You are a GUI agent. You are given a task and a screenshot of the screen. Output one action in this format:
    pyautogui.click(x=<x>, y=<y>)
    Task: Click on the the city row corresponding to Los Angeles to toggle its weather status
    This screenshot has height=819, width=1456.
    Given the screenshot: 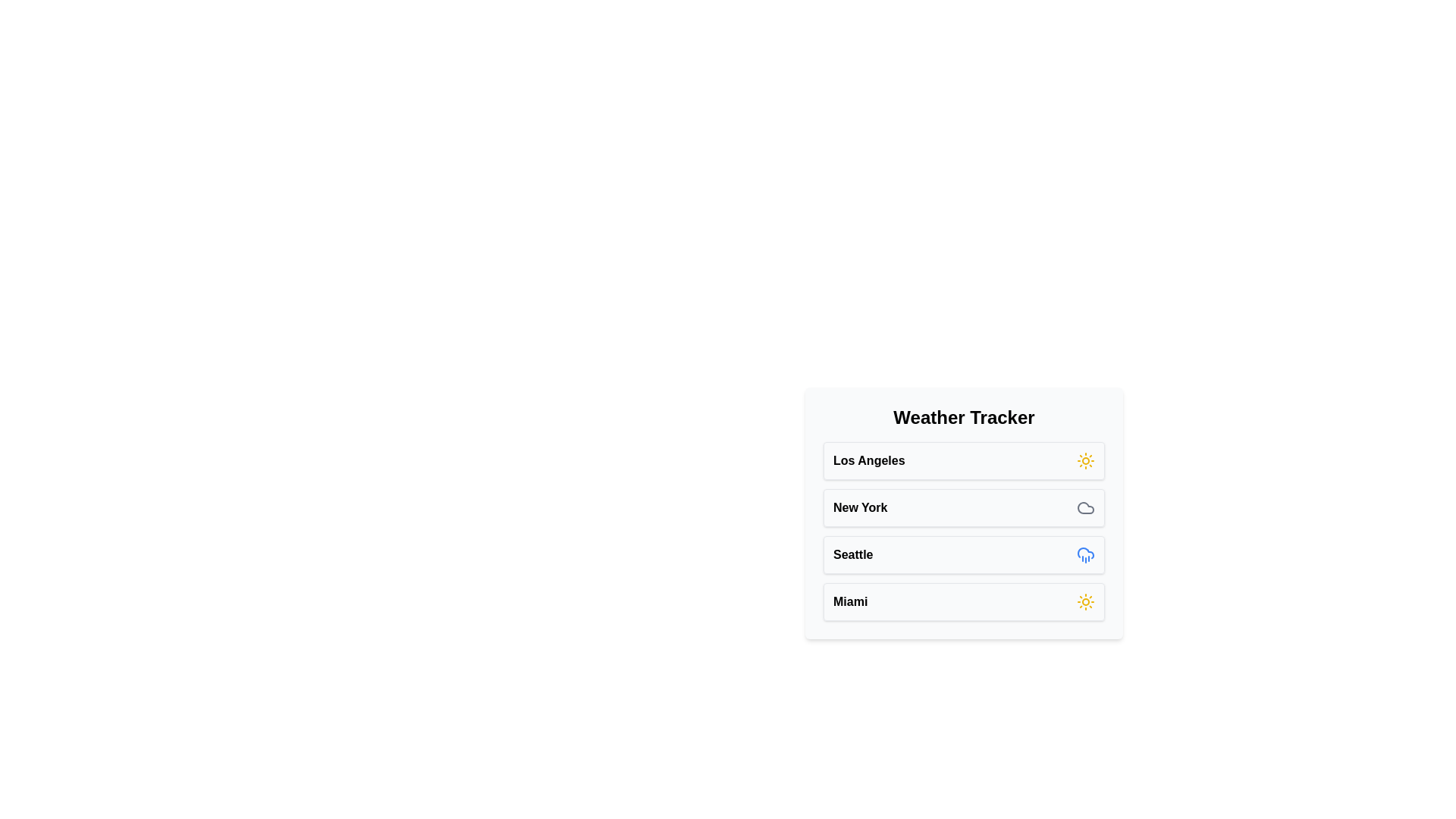 What is the action you would take?
    pyautogui.click(x=963, y=460)
    